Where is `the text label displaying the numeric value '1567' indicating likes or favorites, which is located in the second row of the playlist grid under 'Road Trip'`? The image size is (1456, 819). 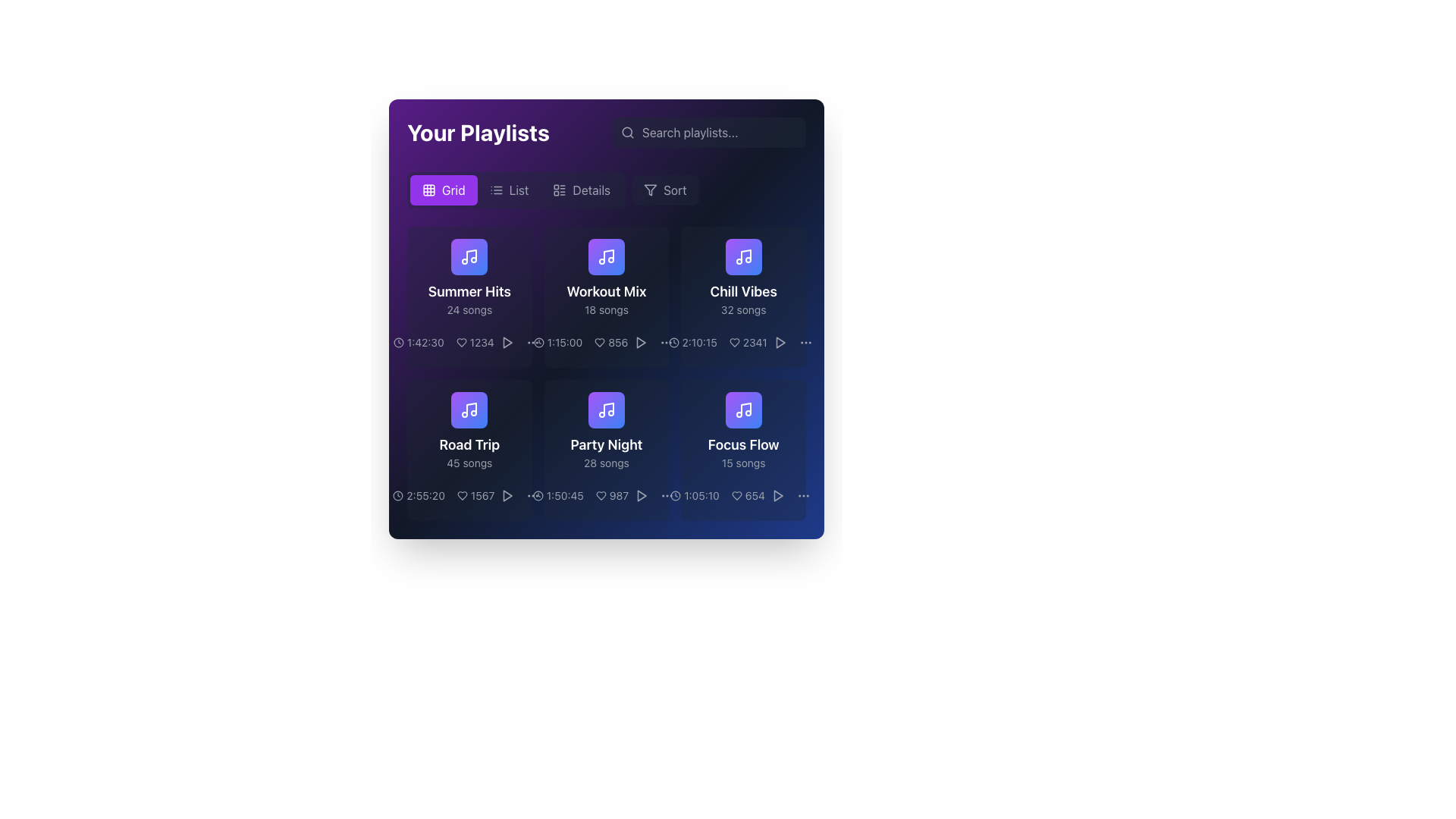 the text label displaying the numeric value '1567' indicating likes or favorites, which is located in the second row of the playlist grid under 'Road Trip' is located at coordinates (475, 496).